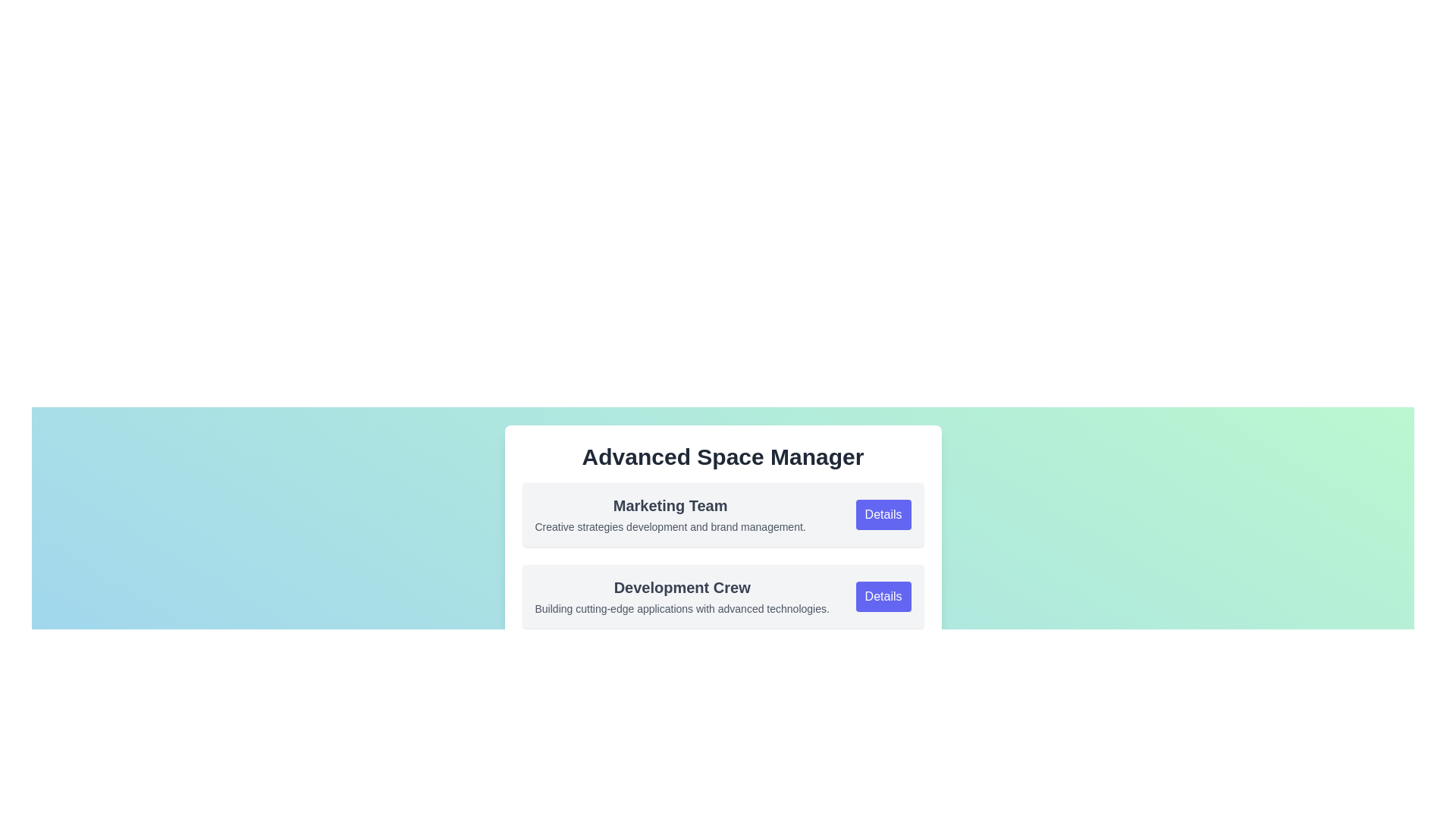 This screenshot has width=1456, height=819. What do you see at coordinates (681, 607) in the screenshot?
I see `the TextLabel that provides descriptive text for the 'Development Crew', located below the 'Development Crew' title and above the 'Details' button` at bounding box center [681, 607].